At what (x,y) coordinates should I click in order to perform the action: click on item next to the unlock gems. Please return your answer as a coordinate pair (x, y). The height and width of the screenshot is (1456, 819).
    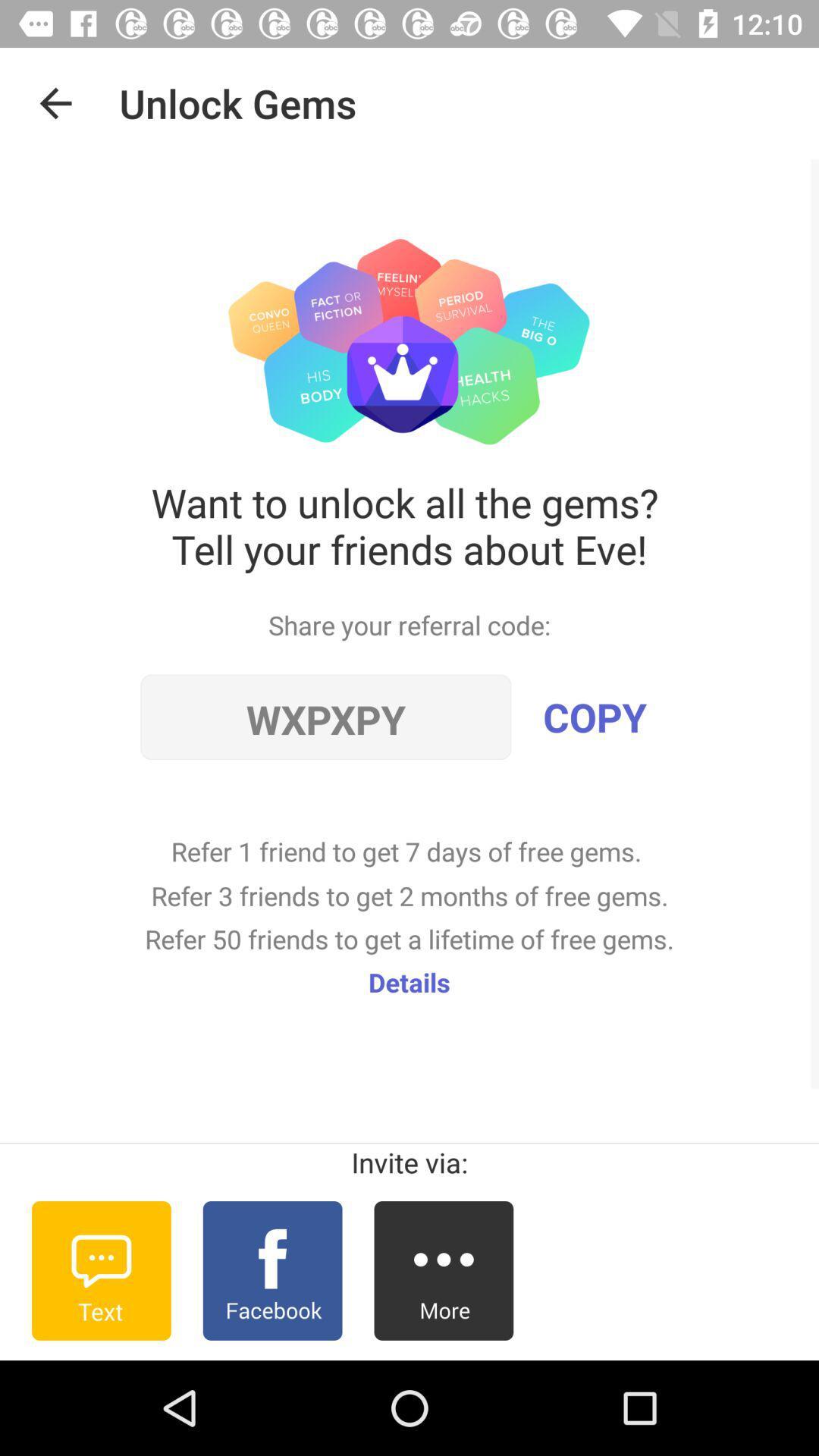
    Looking at the image, I should click on (55, 102).